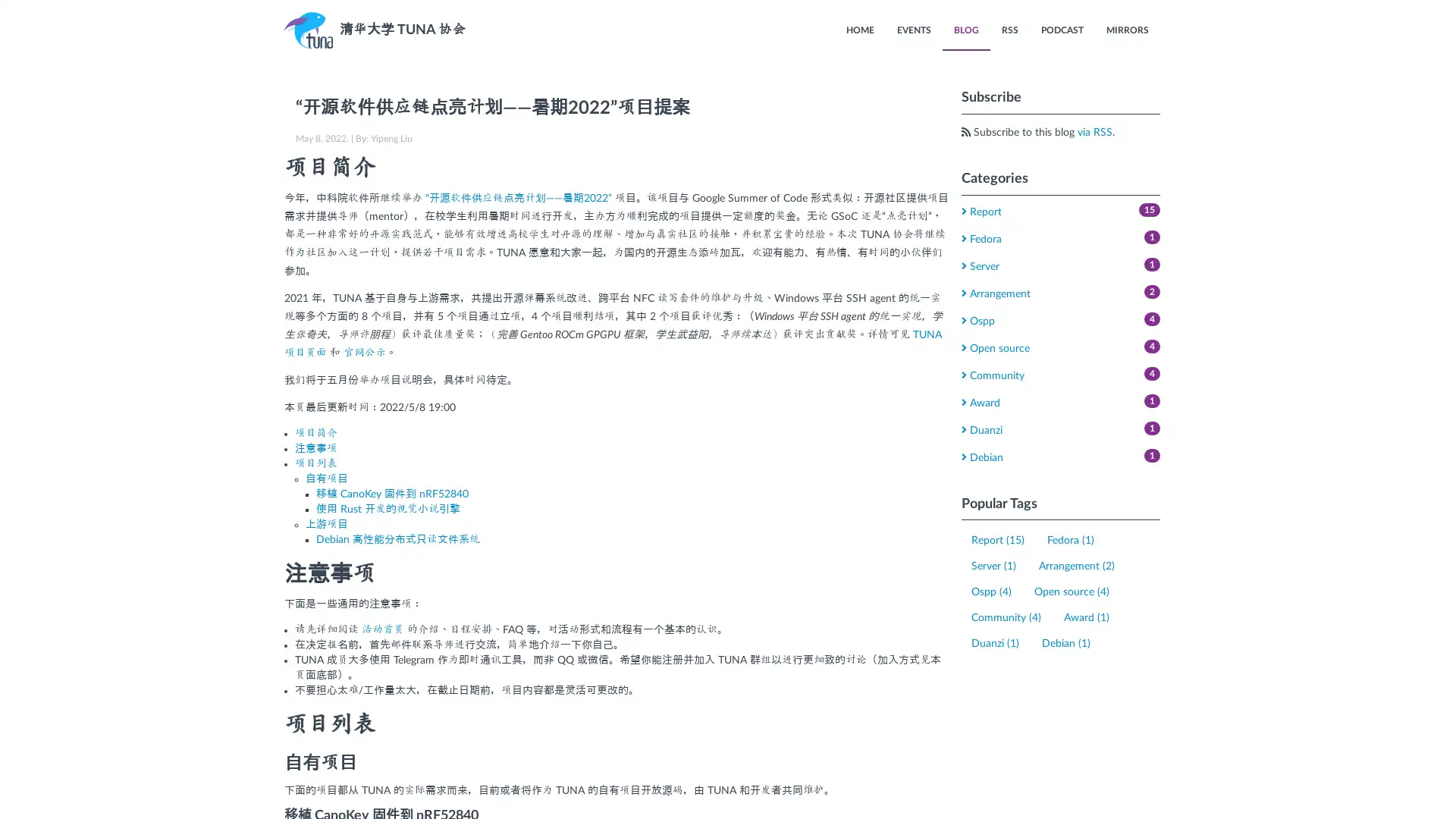 The width and height of the screenshot is (1456, 819). I want to click on Report (15), so click(997, 540).